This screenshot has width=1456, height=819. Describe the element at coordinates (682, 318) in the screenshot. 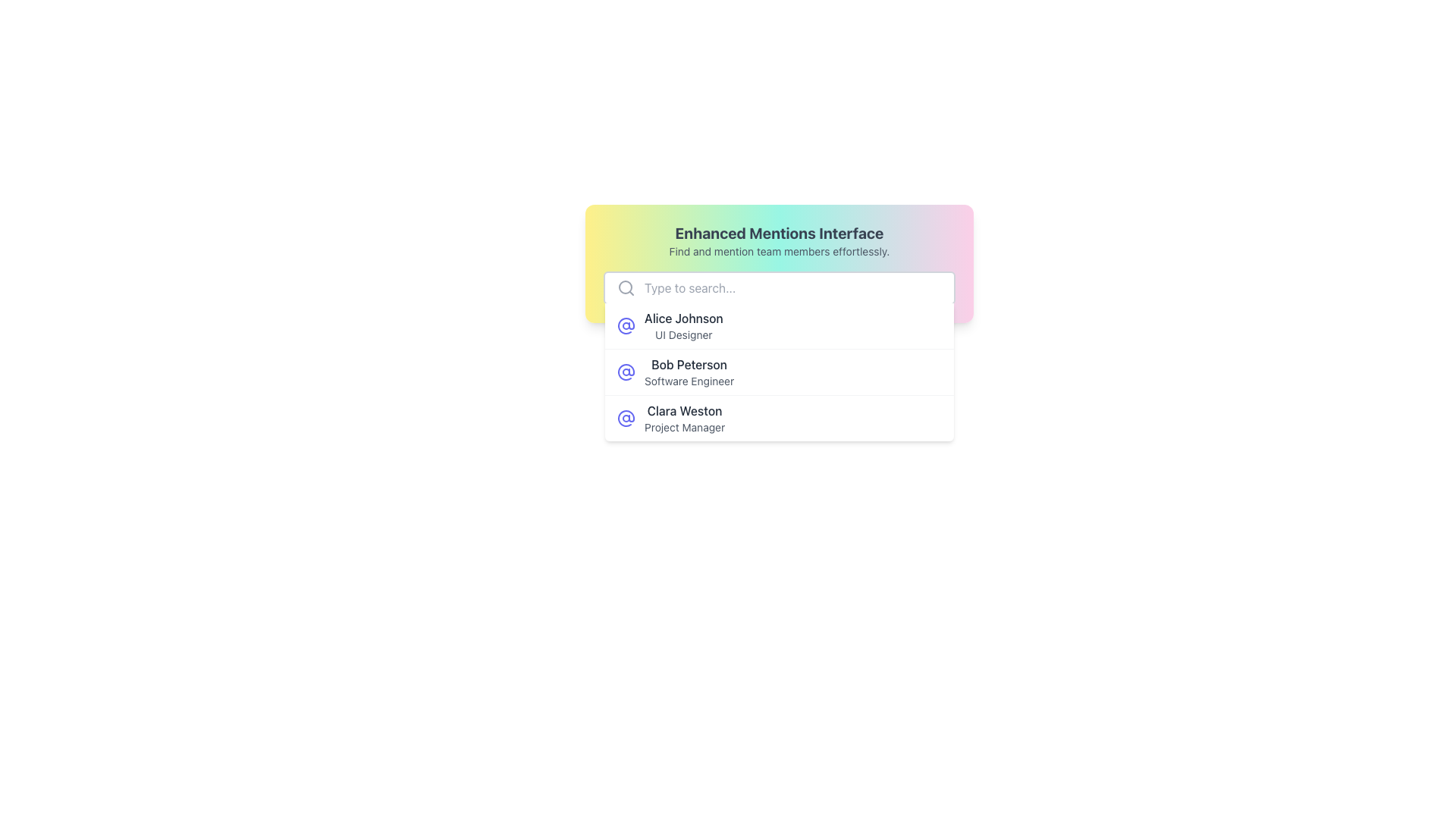

I see `text content of the topmost entry in the dropdown selection interface, specifically identifying 'Alice Johnson' as the user` at that location.